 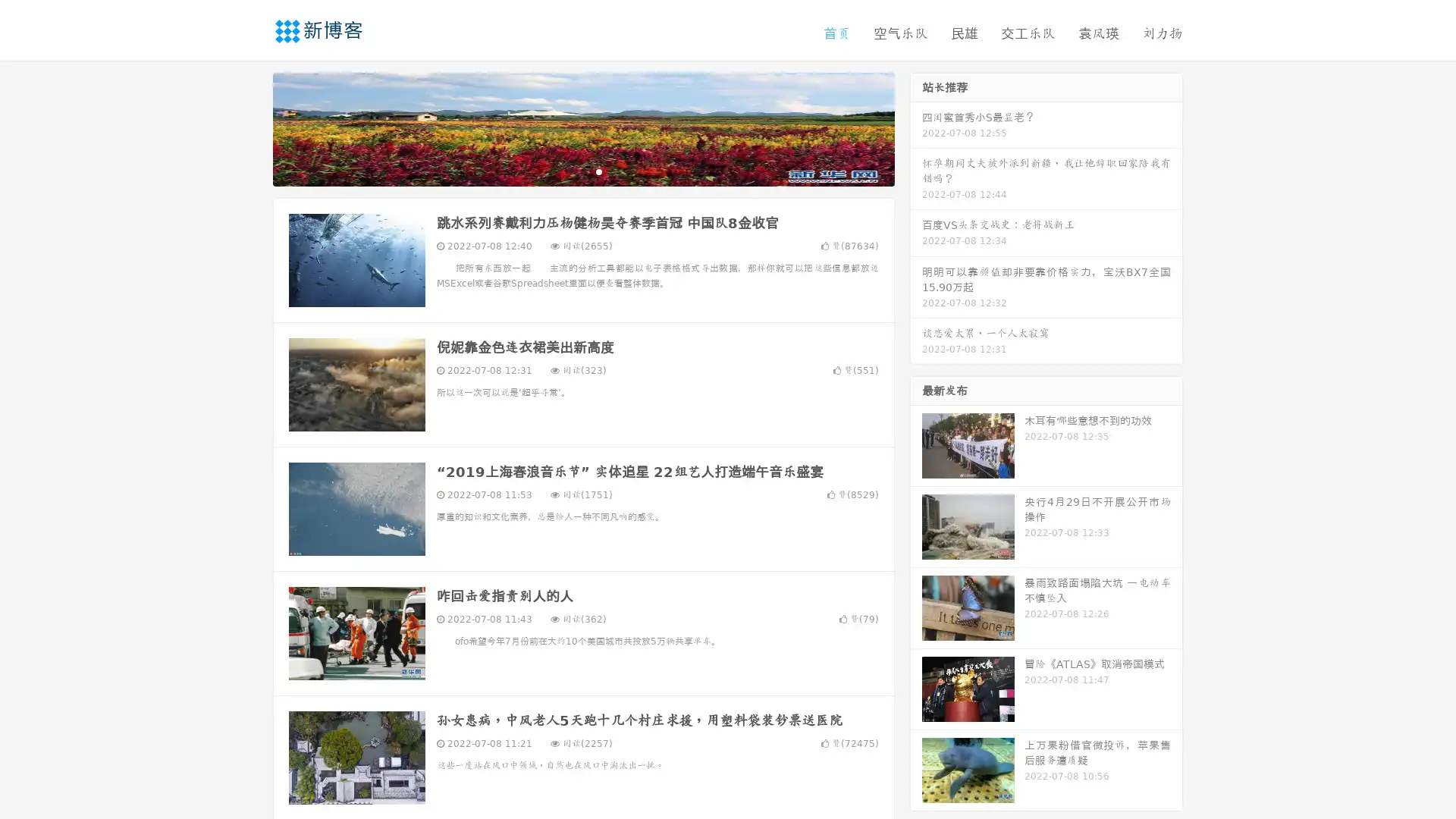 I want to click on Go to slide 2, so click(x=582, y=171).